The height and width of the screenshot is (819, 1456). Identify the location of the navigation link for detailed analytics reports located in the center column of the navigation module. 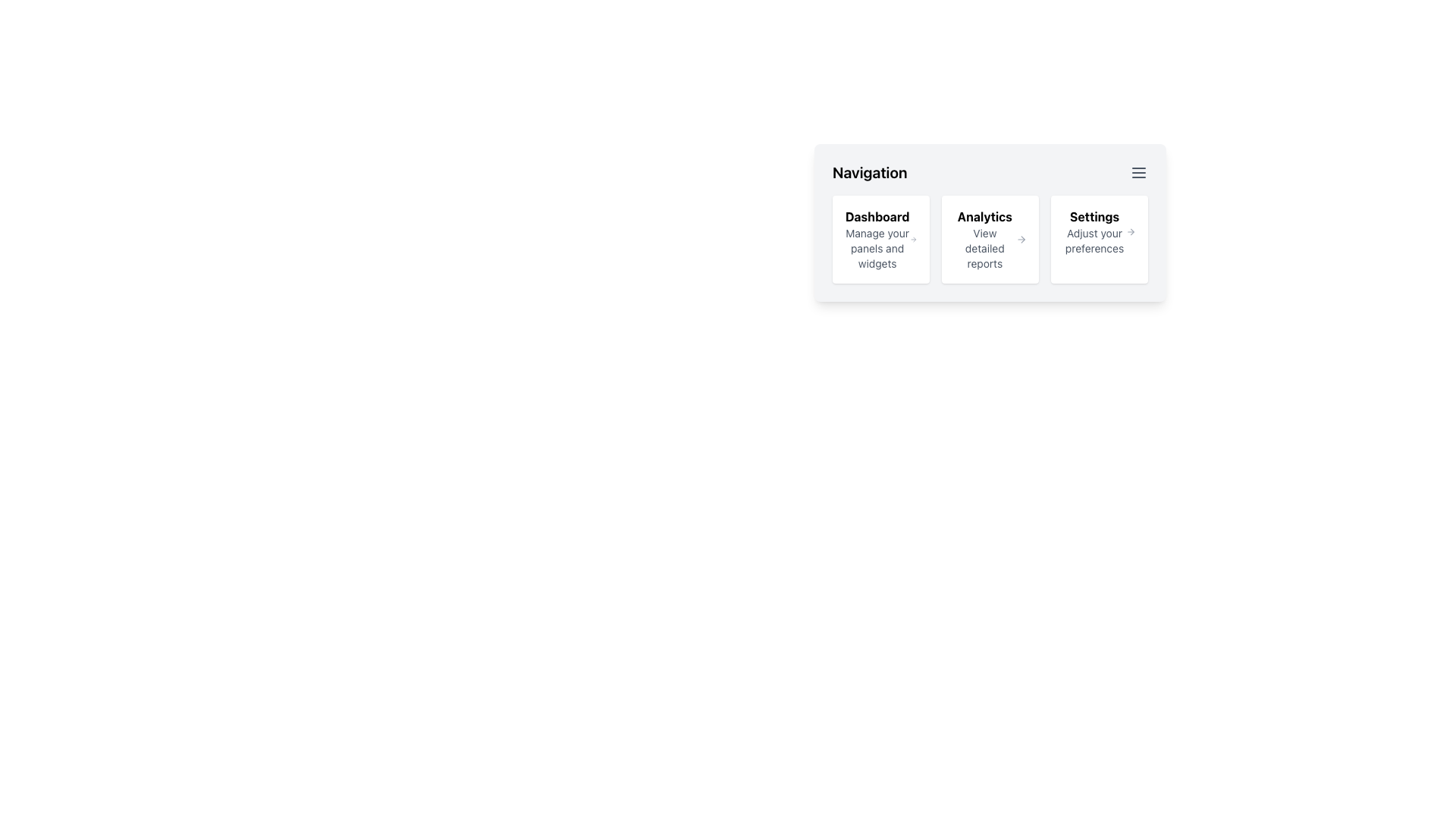
(990, 239).